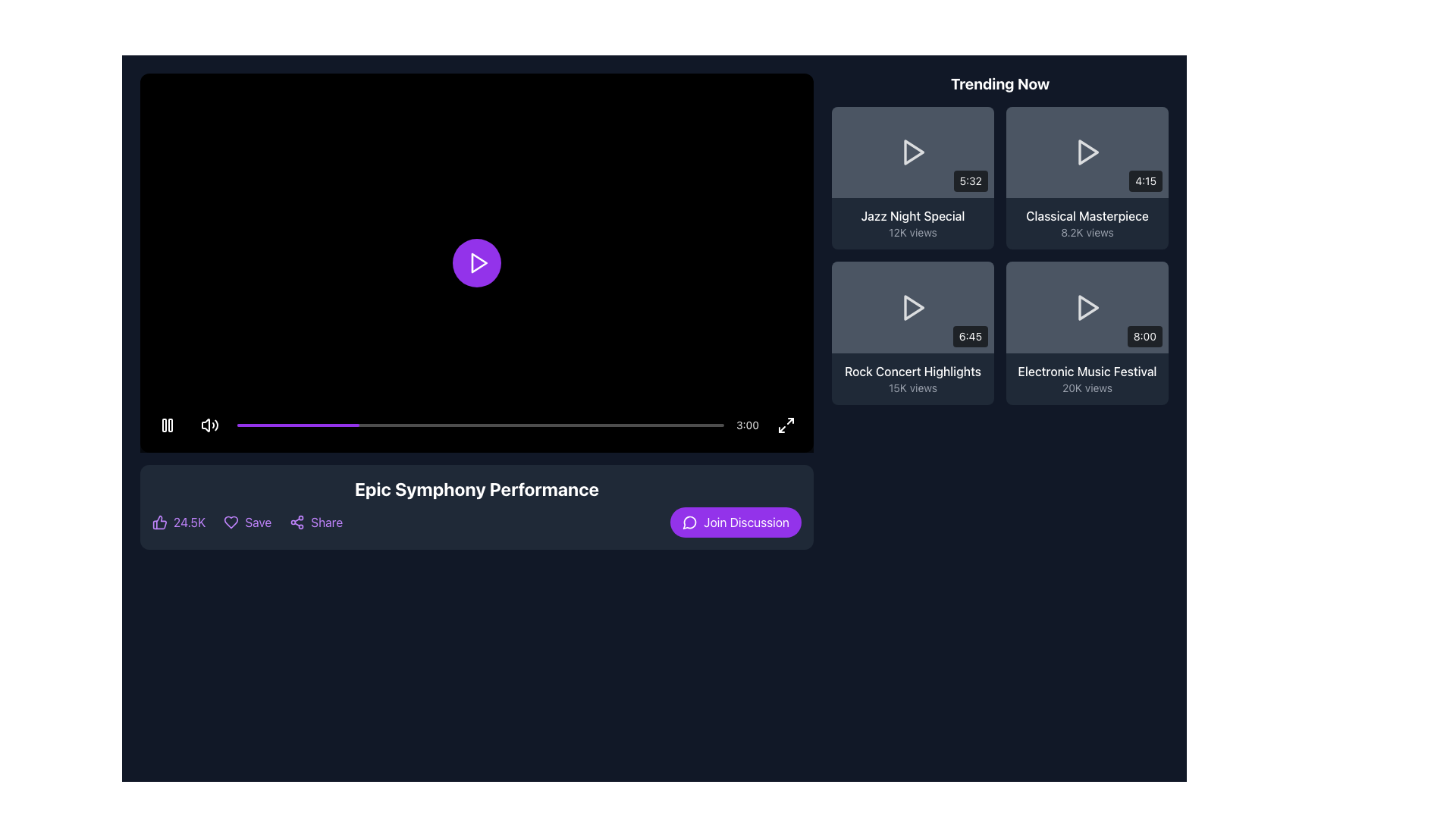  Describe the element at coordinates (969, 335) in the screenshot. I see `the text label displaying the duration of the video associated with the 'Rock Concert Highlights' item in the bottom-right corner of the 'Trending Now' grid layout` at that location.